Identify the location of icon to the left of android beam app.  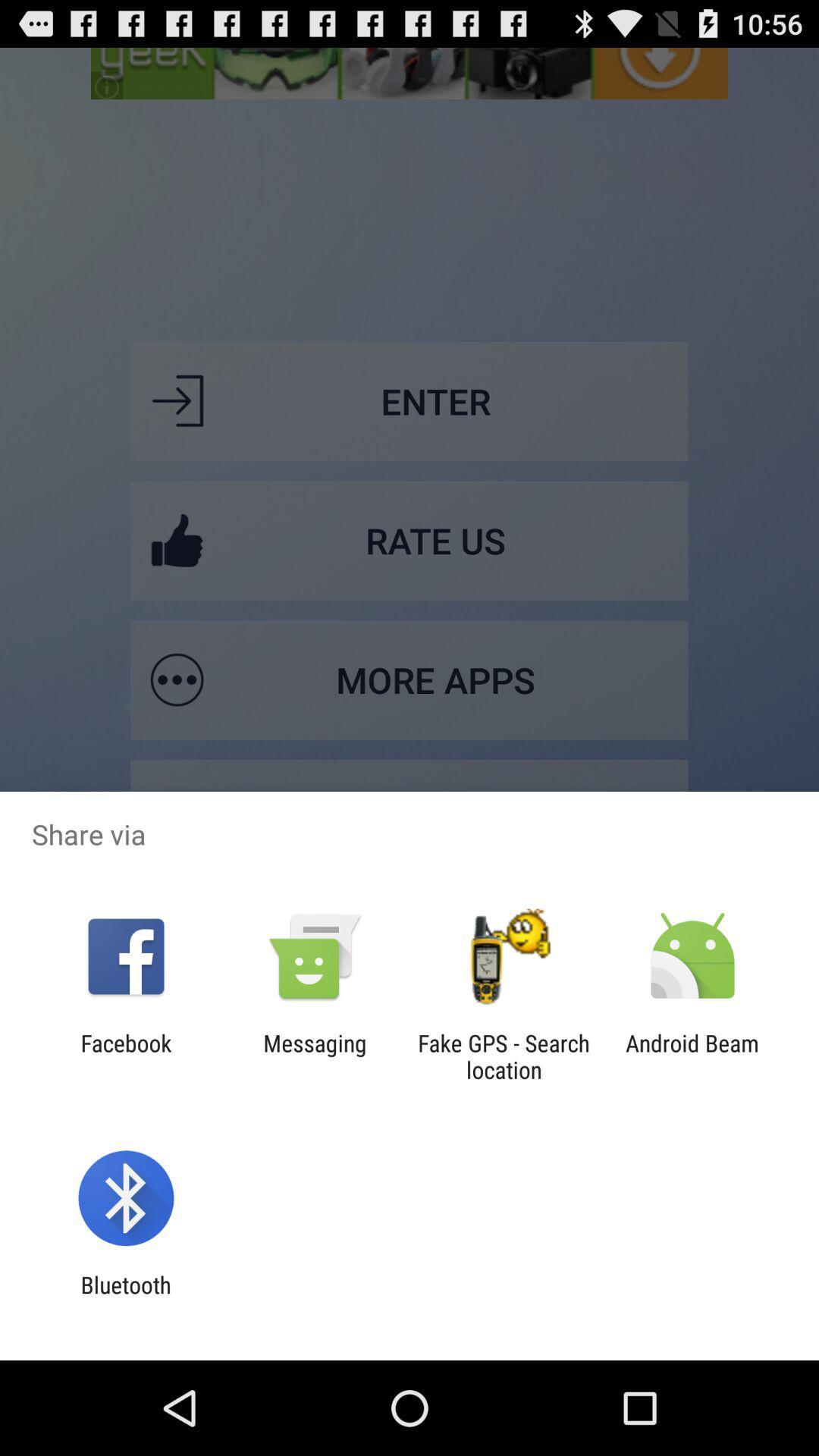
(504, 1056).